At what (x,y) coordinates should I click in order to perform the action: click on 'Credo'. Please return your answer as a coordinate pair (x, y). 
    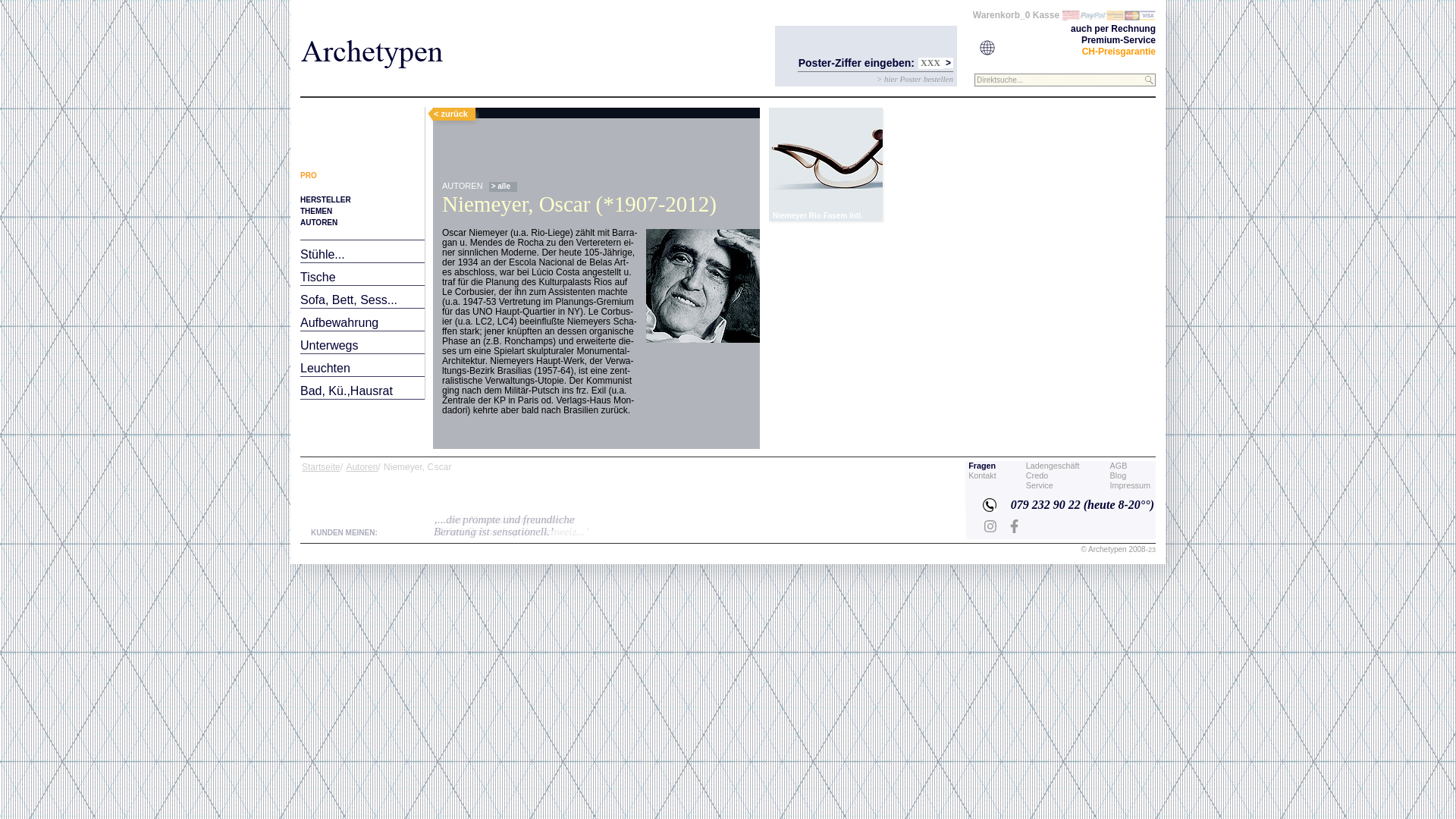
    Looking at the image, I should click on (1026, 475).